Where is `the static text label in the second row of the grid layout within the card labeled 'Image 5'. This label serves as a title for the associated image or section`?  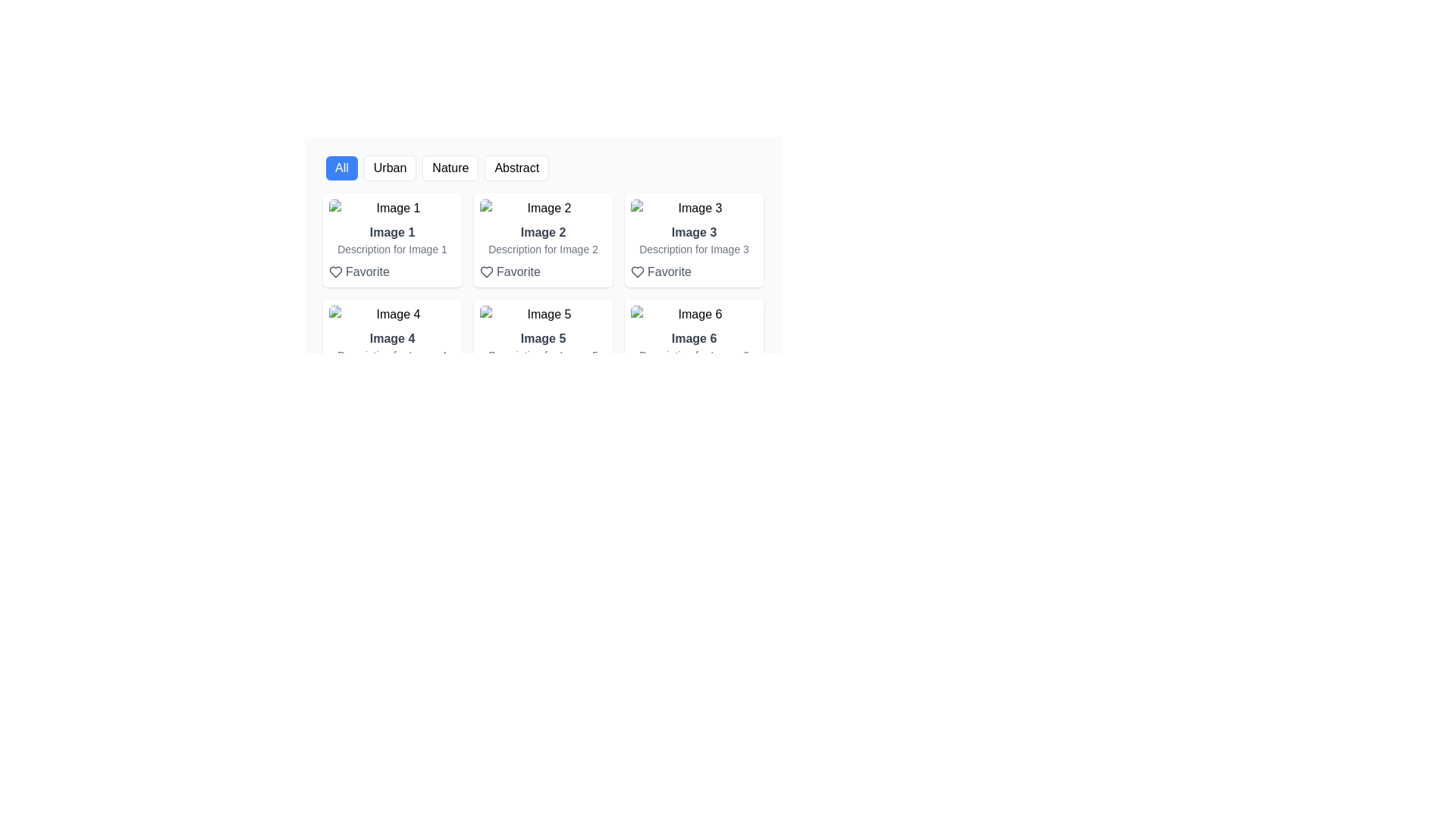 the static text label in the second row of the grid layout within the card labeled 'Image 5'. This label serves as a title for the associated image or section is located at coordinates (543, 338).